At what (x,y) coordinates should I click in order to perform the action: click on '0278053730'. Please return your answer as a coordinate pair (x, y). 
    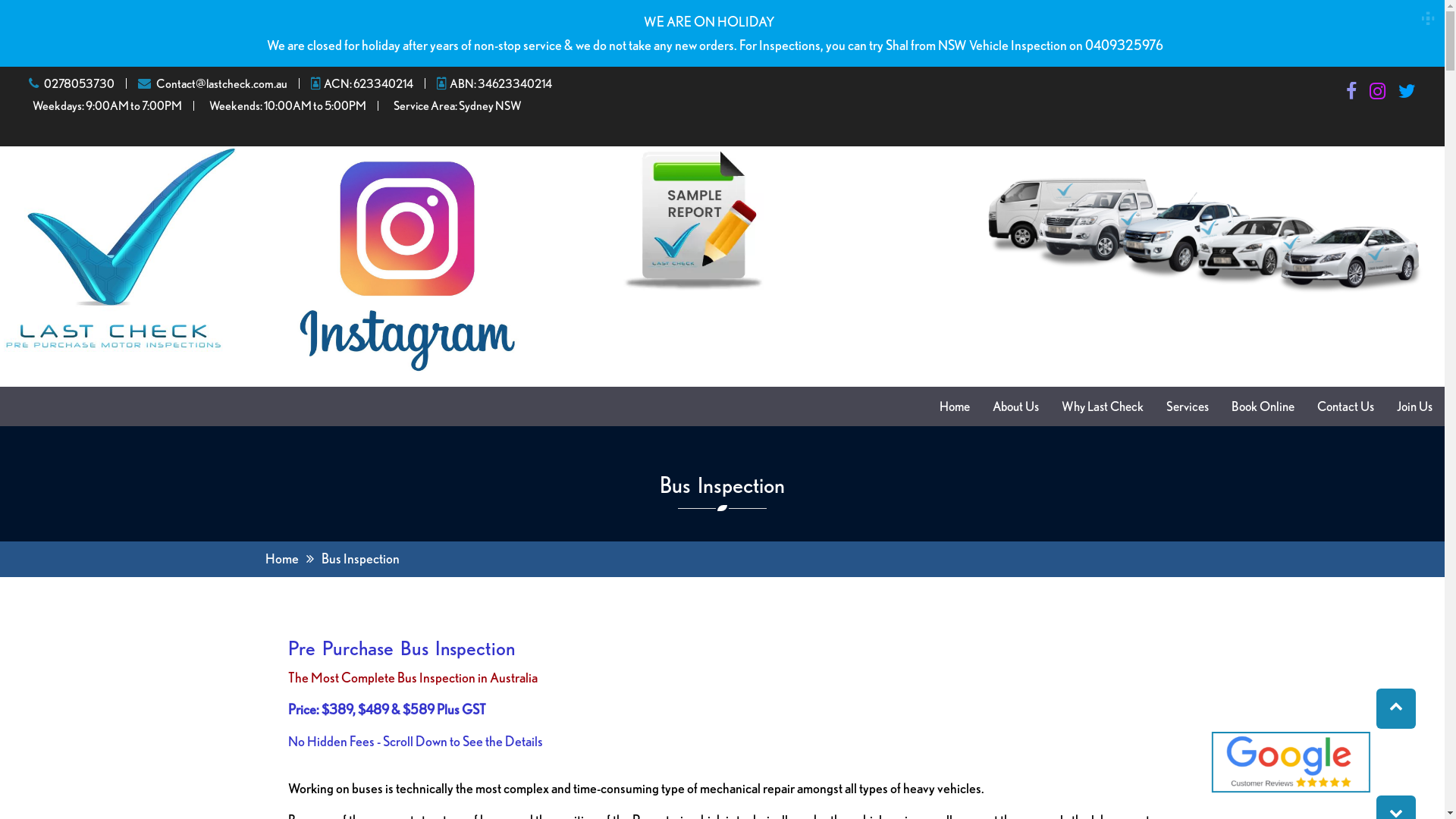
    Looking at the image, I should click on (78, 83).